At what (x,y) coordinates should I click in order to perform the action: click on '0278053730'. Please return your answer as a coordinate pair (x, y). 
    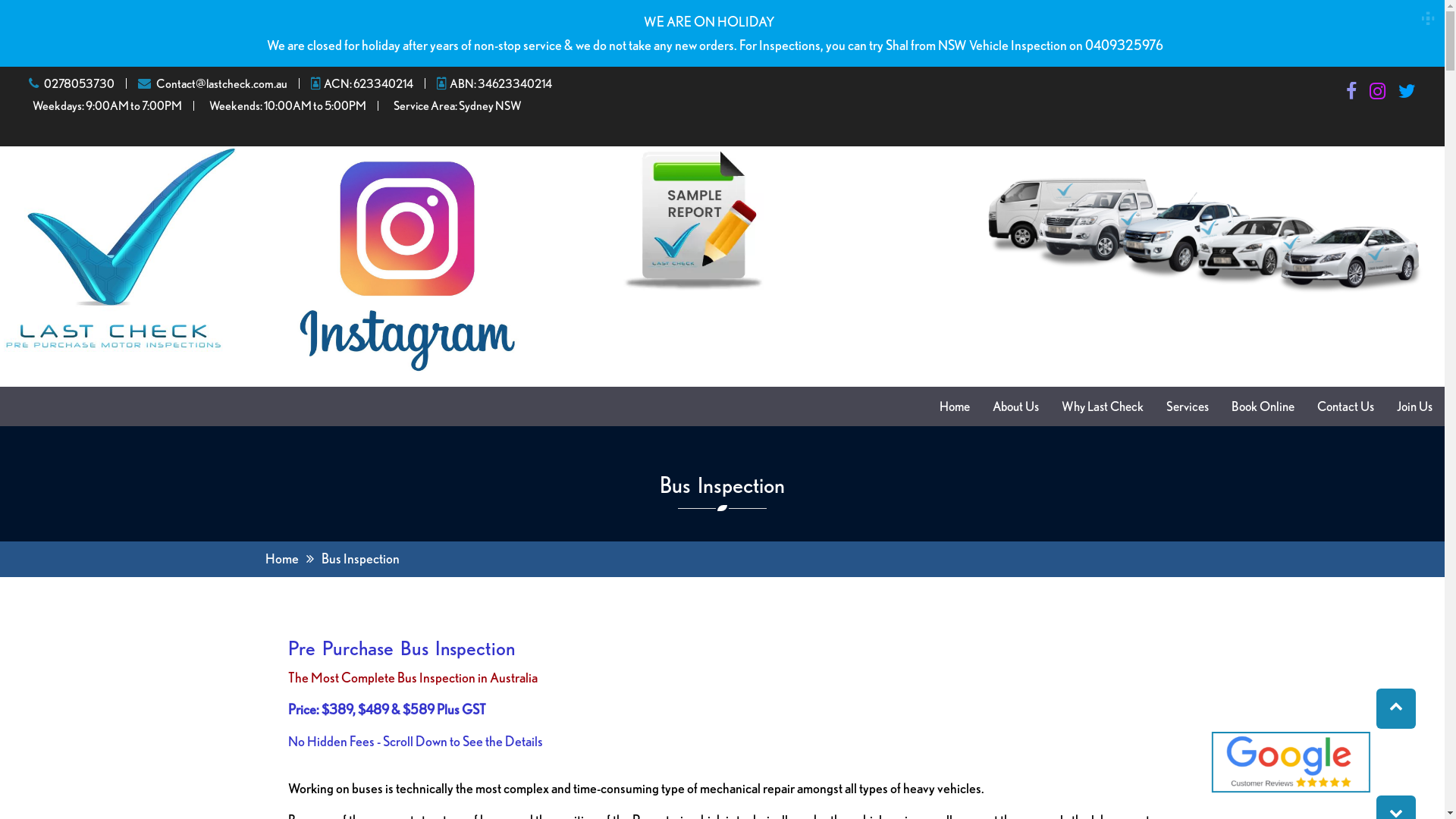
    Looking at the image, I should click on (78, 83).